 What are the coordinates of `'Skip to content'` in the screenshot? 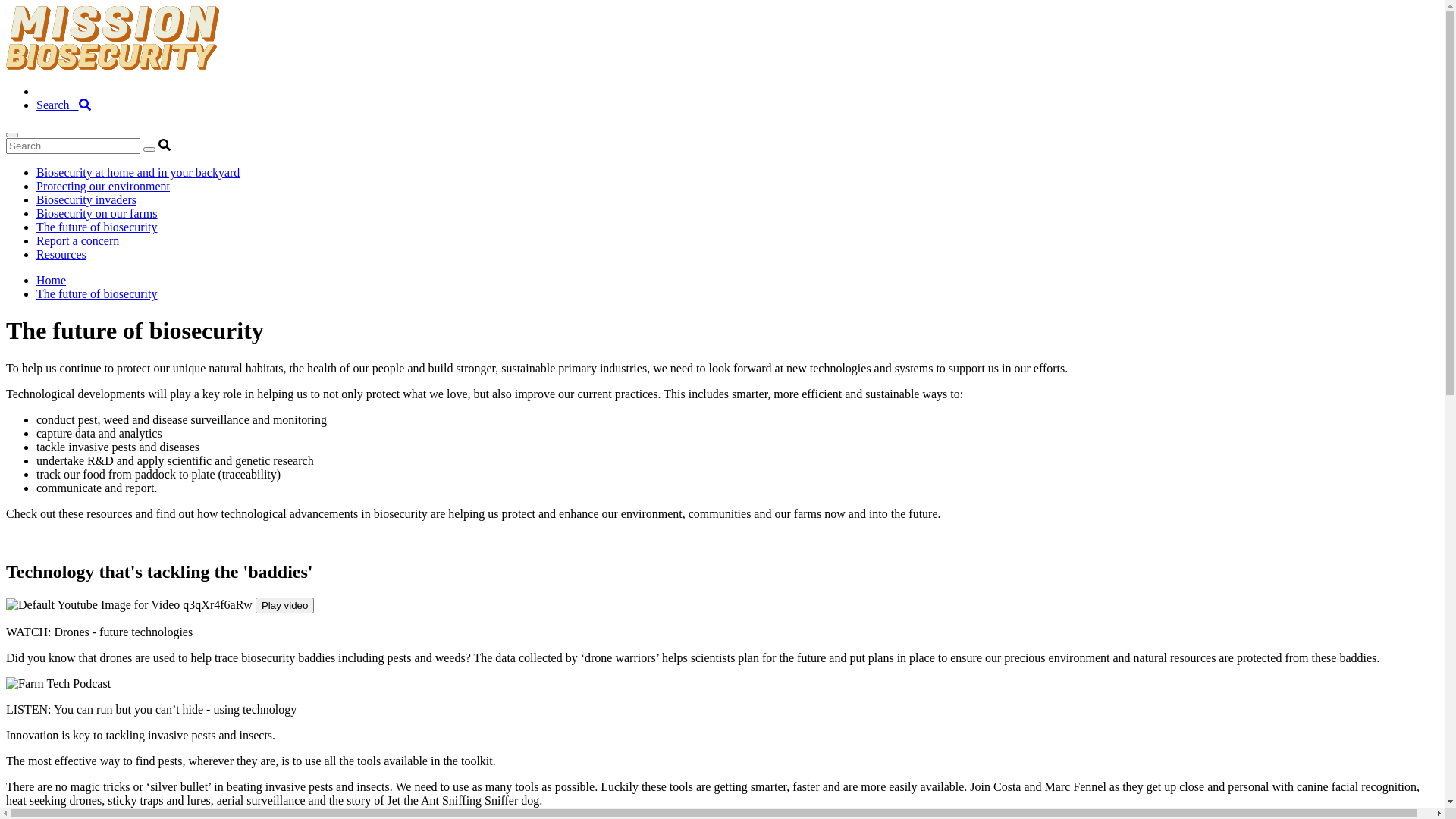 It's located at (5, 5).